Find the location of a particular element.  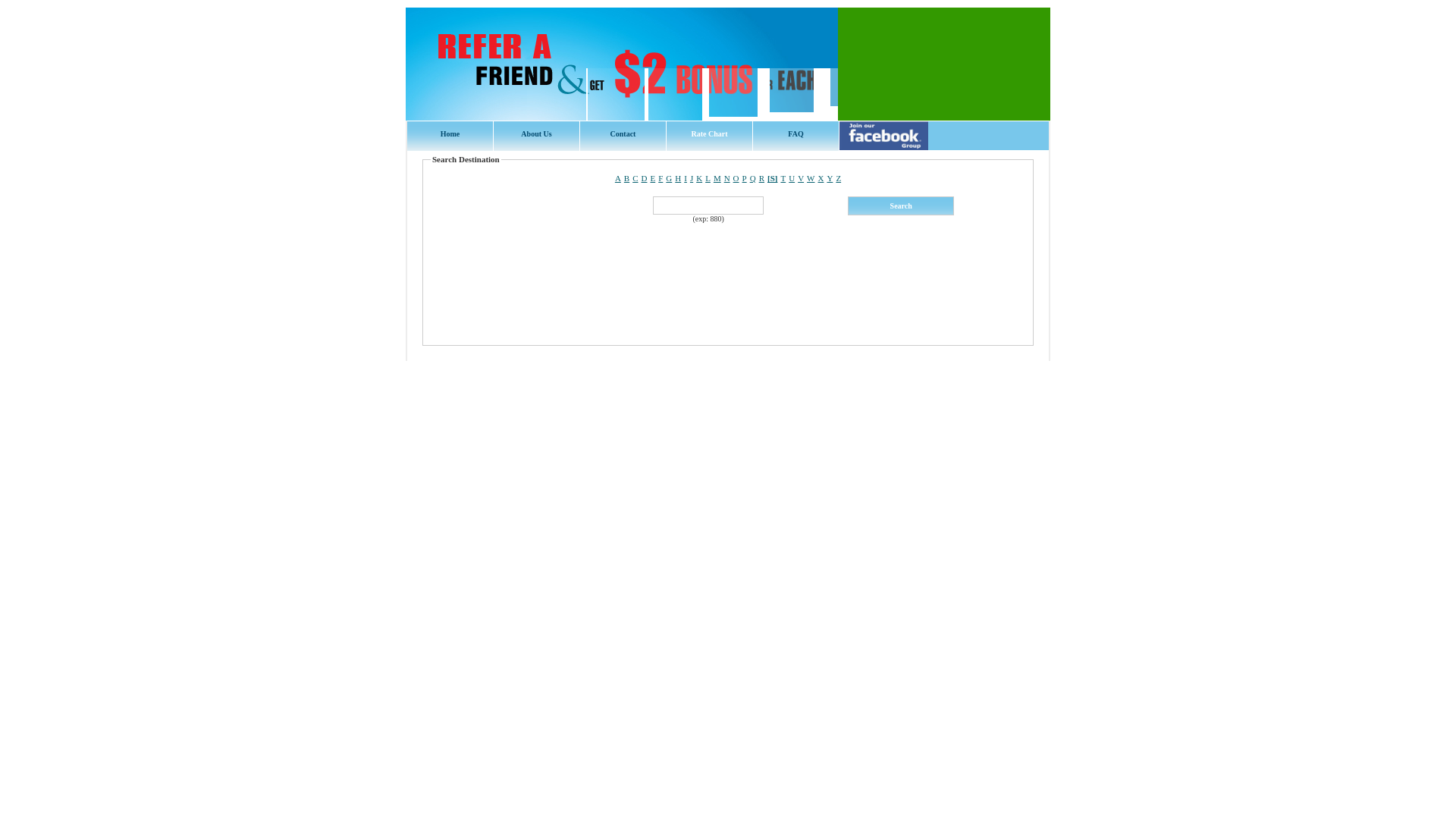

'N' is located at coordinates (726, 177).